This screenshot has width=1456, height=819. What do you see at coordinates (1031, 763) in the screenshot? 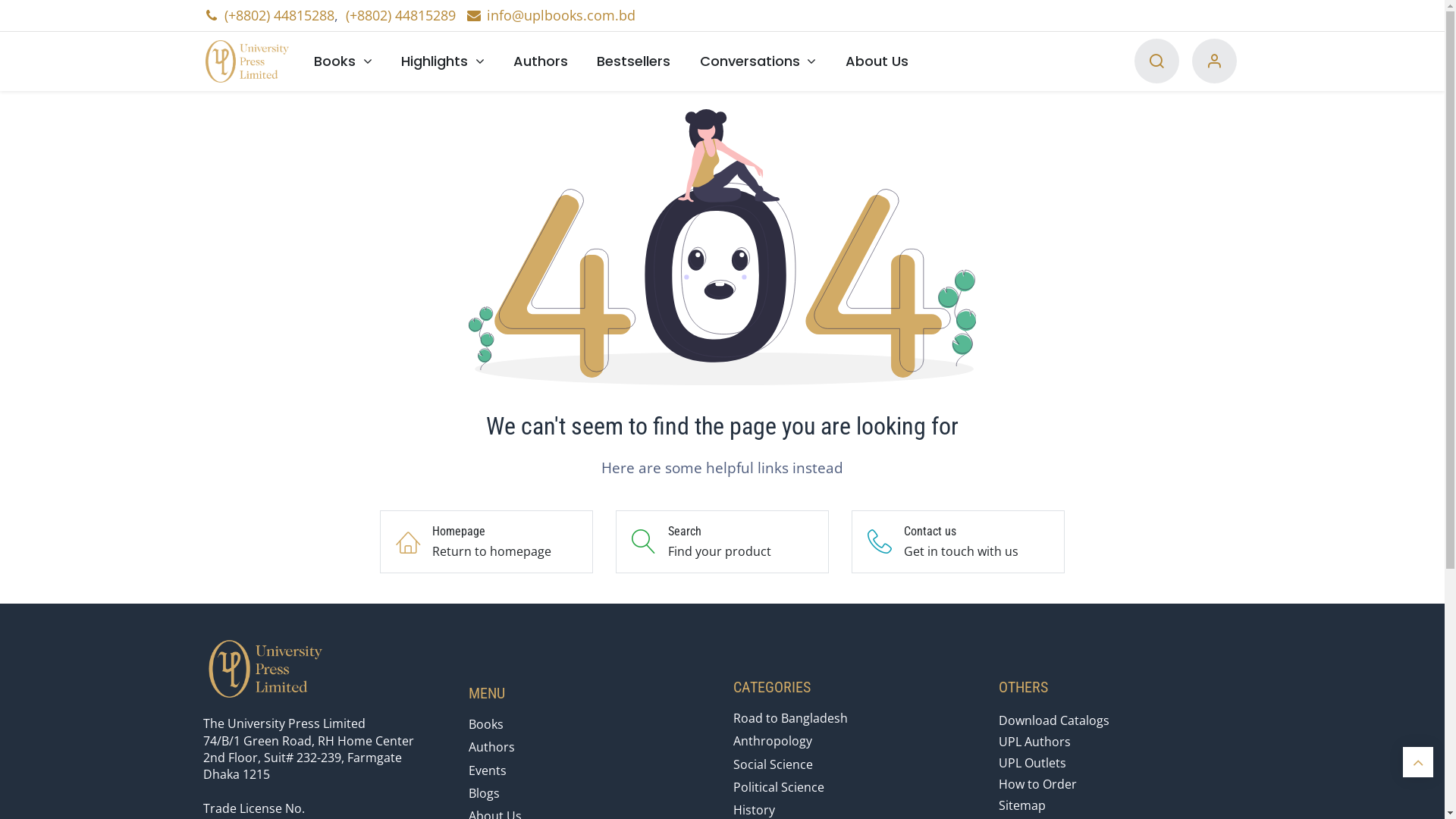
I see `'UPL Outlets'` at bounding box center [1031, 763].